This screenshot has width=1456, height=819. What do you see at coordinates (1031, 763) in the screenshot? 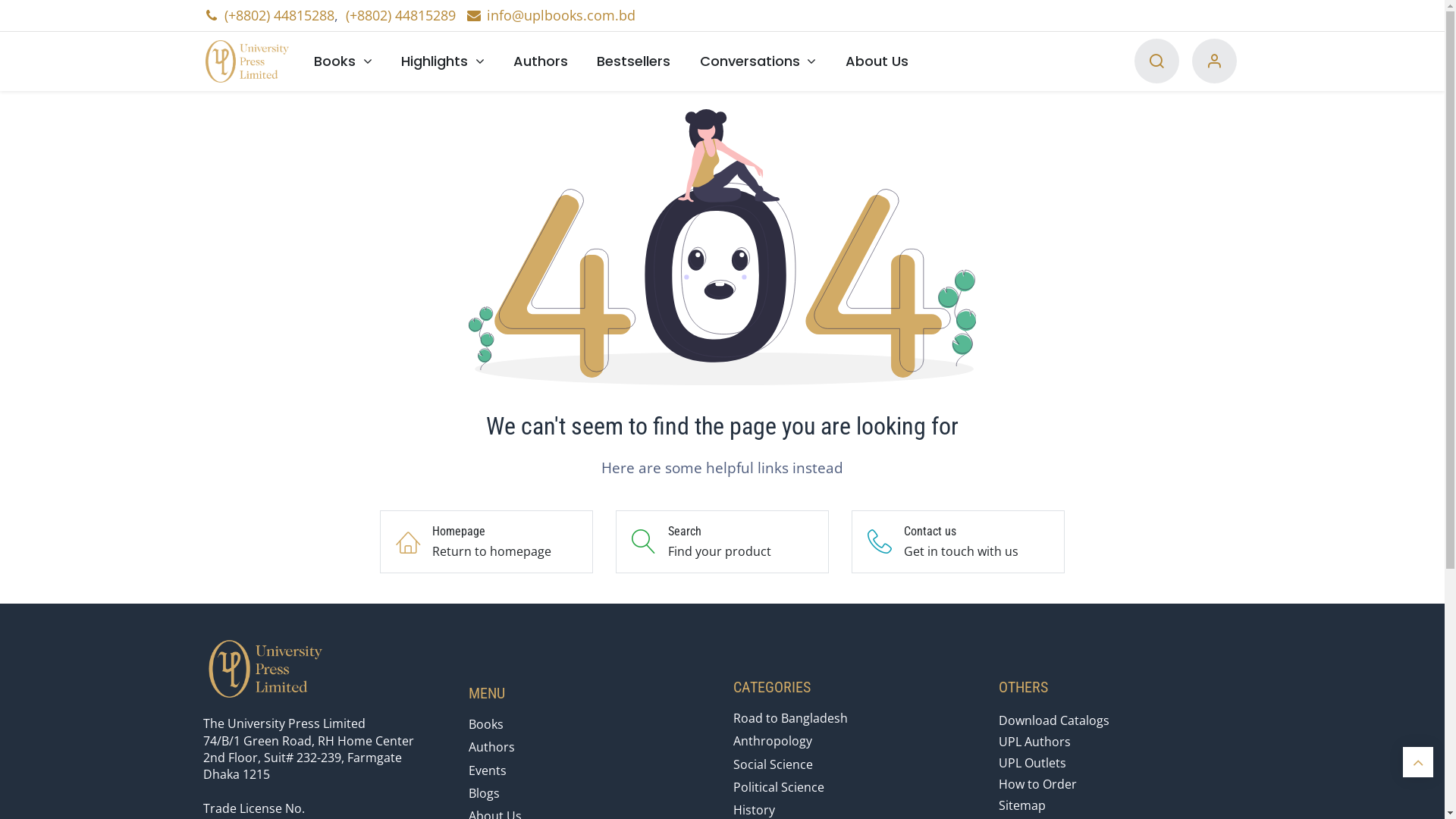
I see `'UPL Outlets'` at bounding box center [1031, 763].